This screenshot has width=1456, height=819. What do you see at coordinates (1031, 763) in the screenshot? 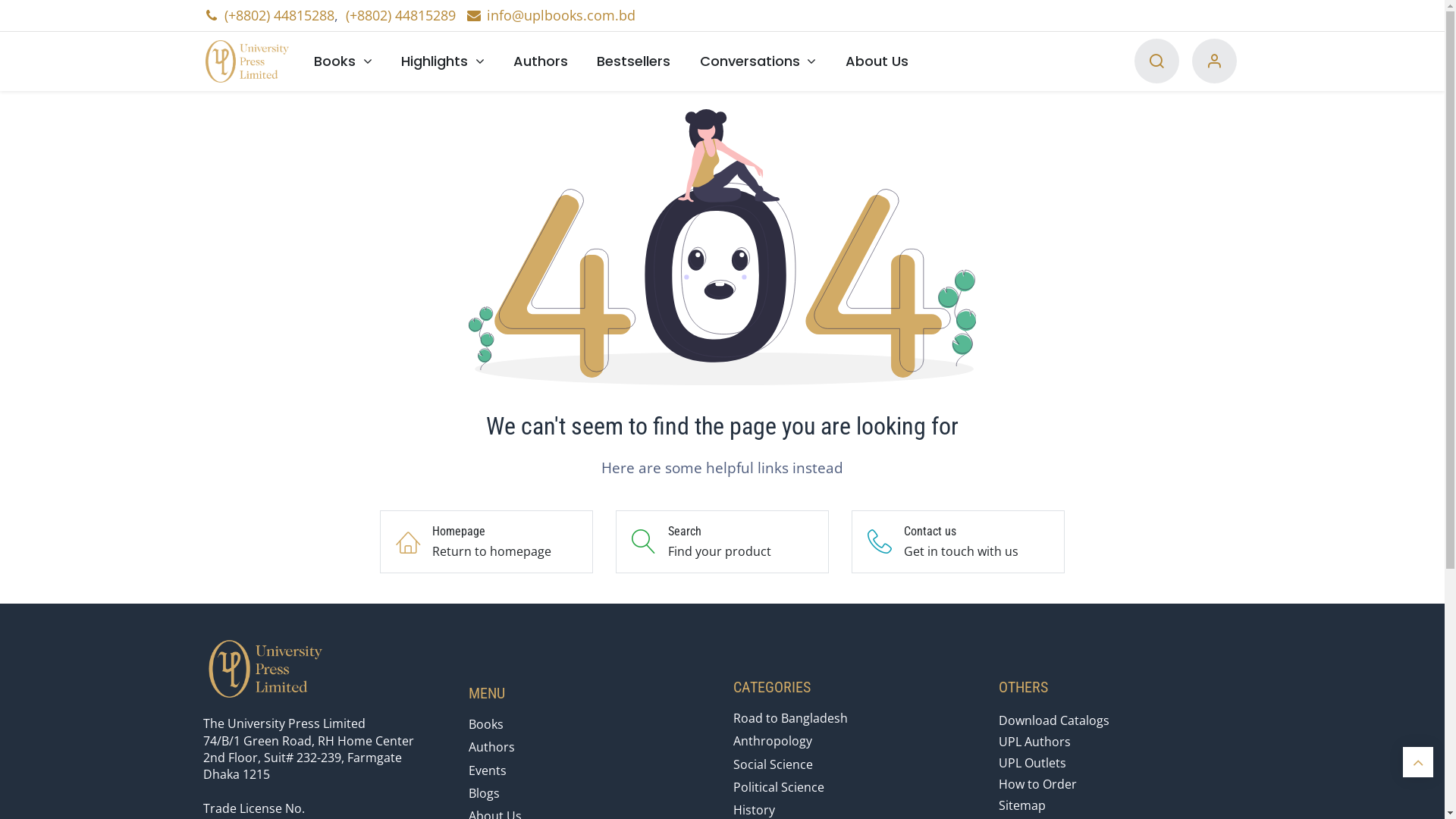
I see `'UPL Outlets'` at bounding box center [1031, 763].